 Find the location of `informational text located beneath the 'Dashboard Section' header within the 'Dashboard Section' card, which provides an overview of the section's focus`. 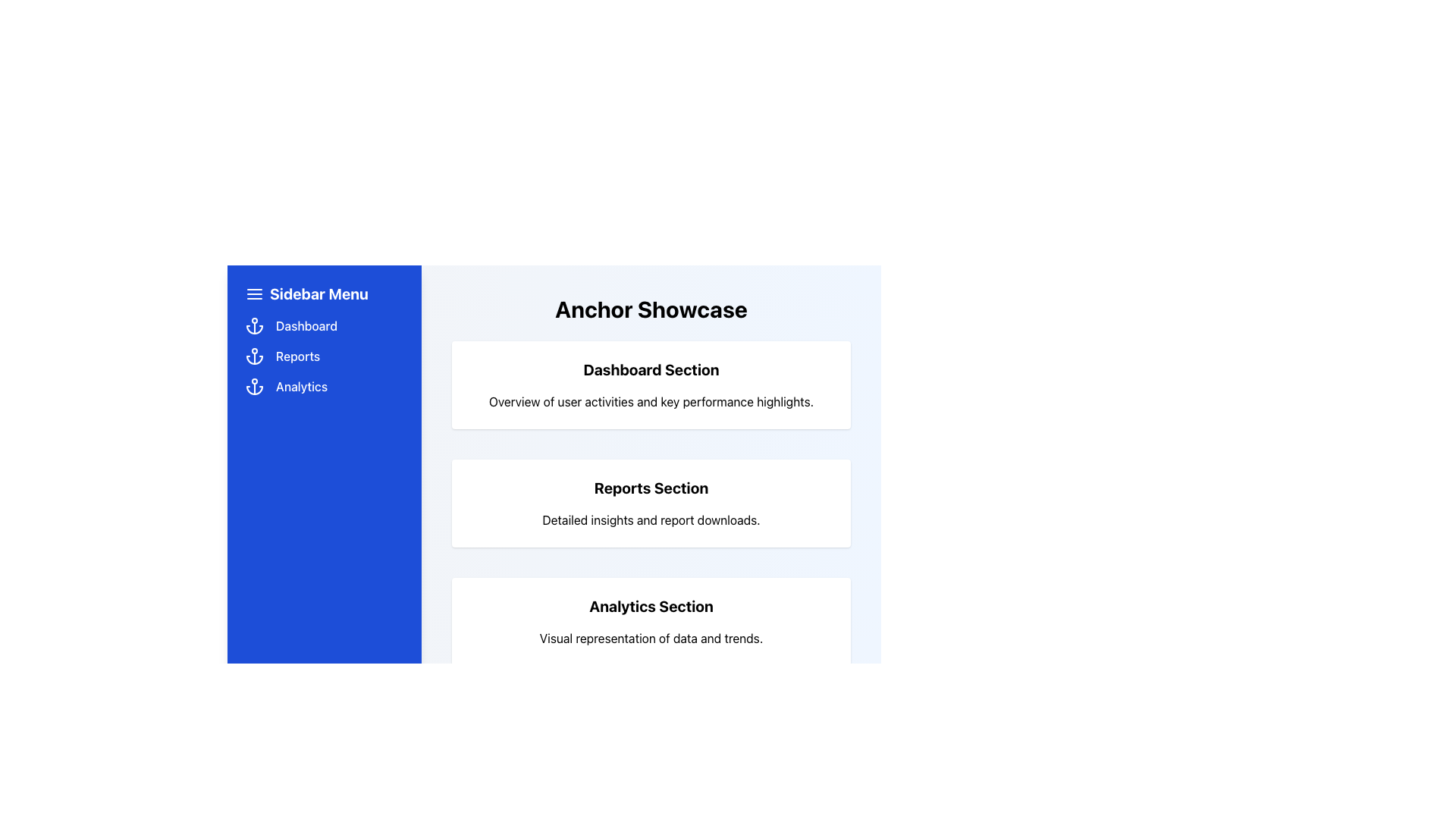

informational text located beneath the 'Dashboard Section' header within the 'Dashboard Section' card, which provides an overview of the section's focus is located at coordinates (651, 400).